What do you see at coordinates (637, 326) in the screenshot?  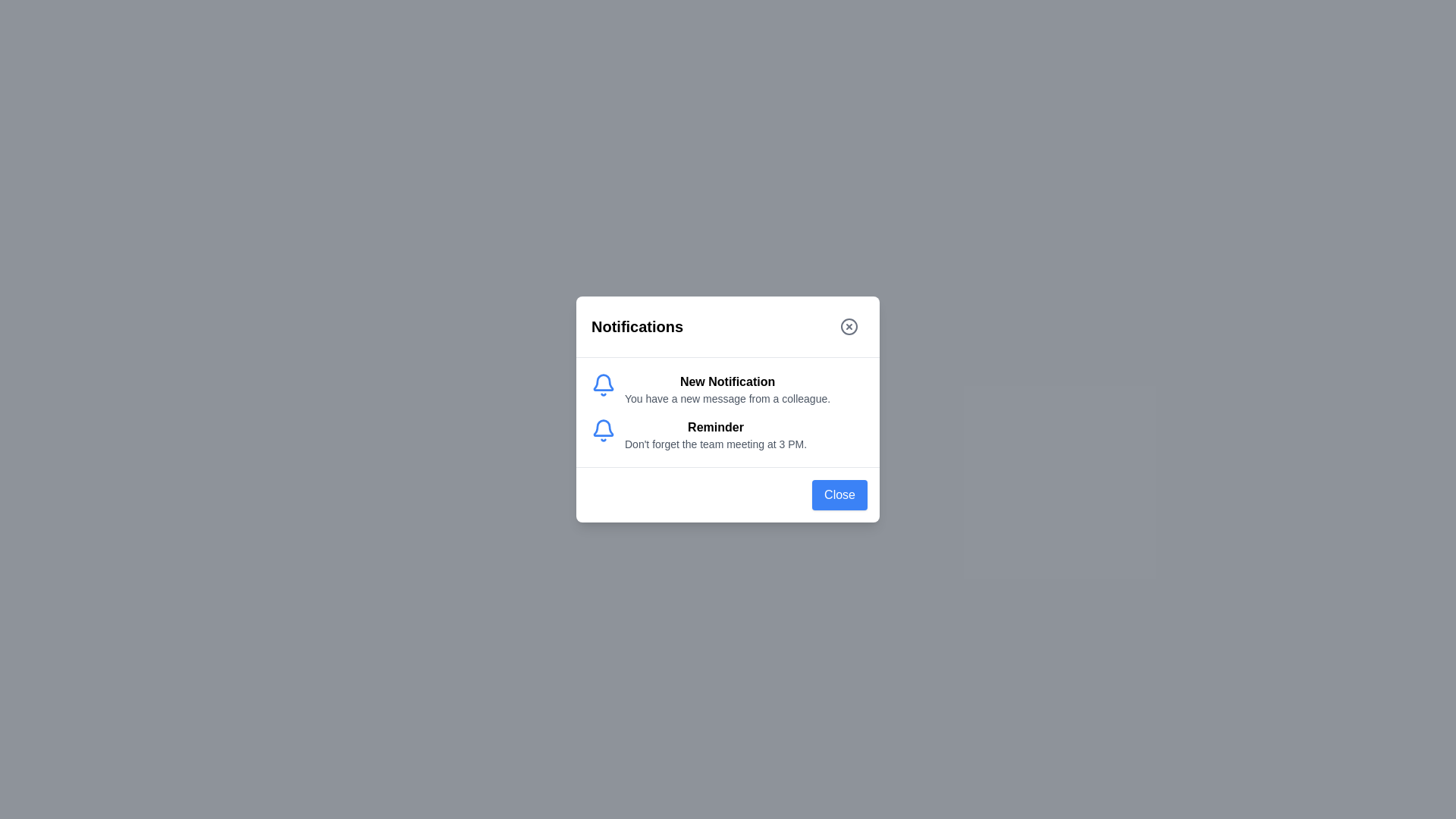 I see `the static text label indicating the content of the modal pertains to notifications, located in the header section of the modal dialog box` at bounding box center [637, 326].